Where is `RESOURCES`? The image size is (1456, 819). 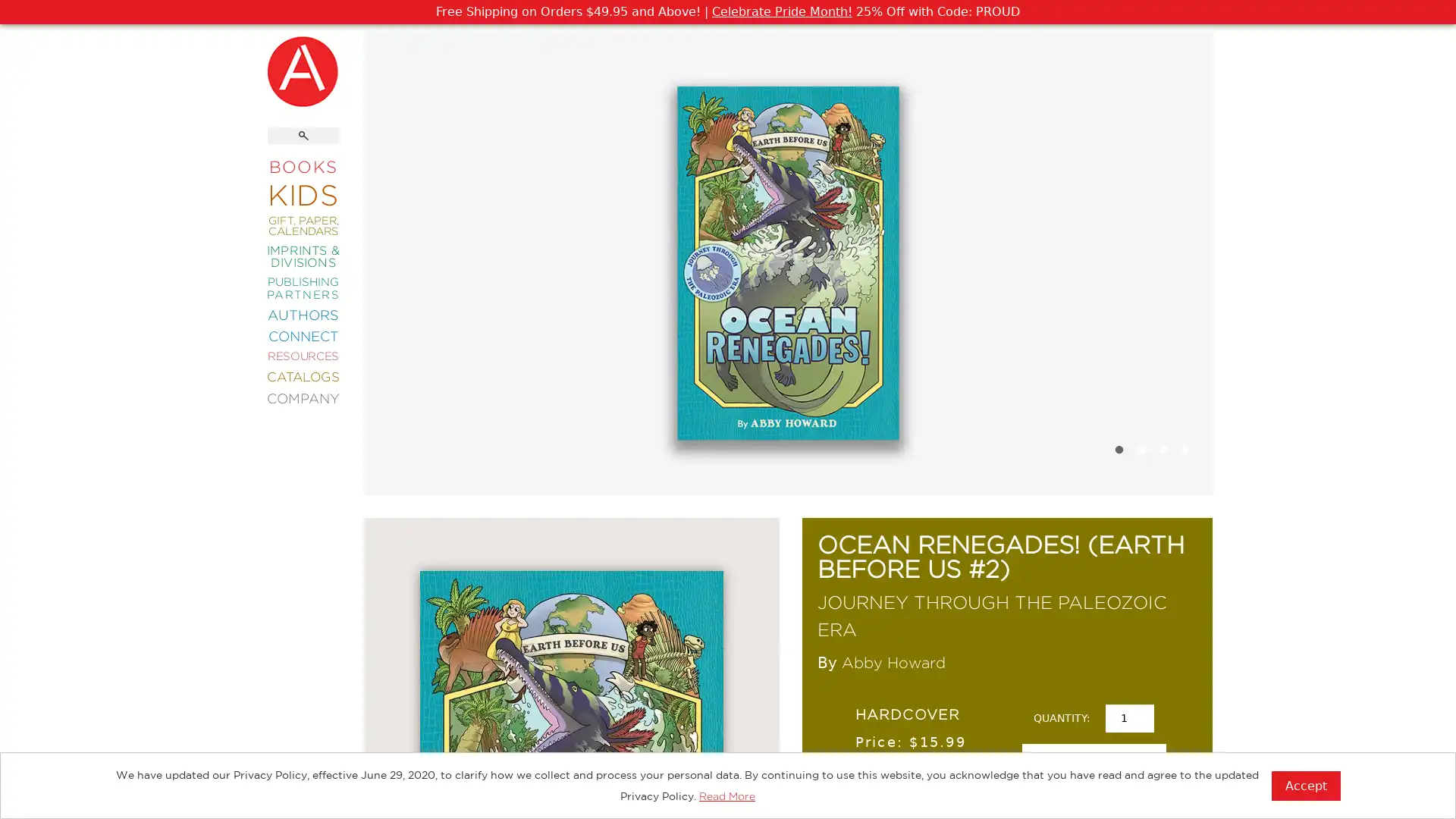 RESOURCES is located at coordinates (303, 356).